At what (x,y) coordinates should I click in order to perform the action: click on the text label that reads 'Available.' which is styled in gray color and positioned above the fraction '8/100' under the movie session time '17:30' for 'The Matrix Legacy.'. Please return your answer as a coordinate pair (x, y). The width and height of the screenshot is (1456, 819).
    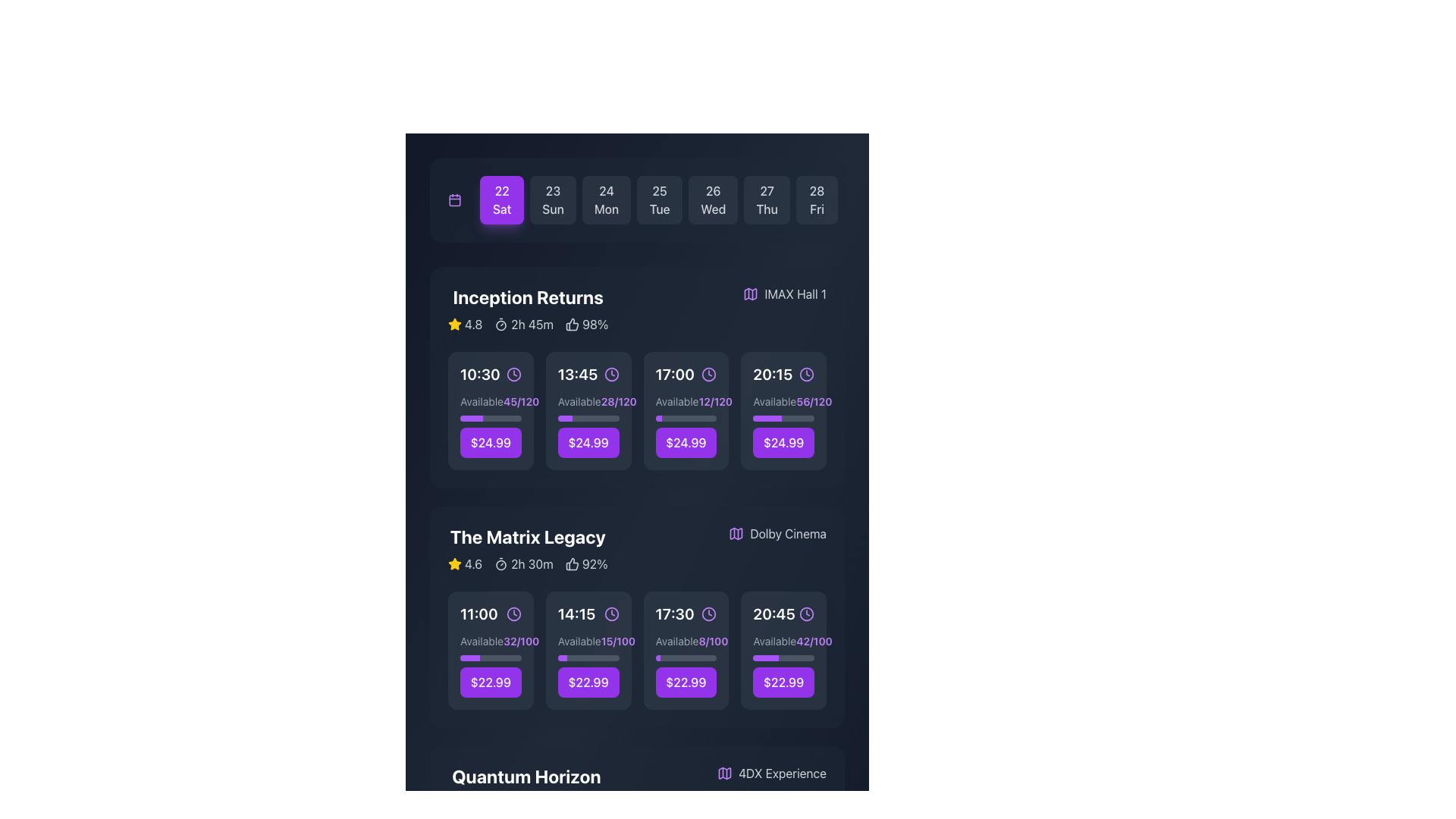
    Looking at the image, I should click on (676, 641).